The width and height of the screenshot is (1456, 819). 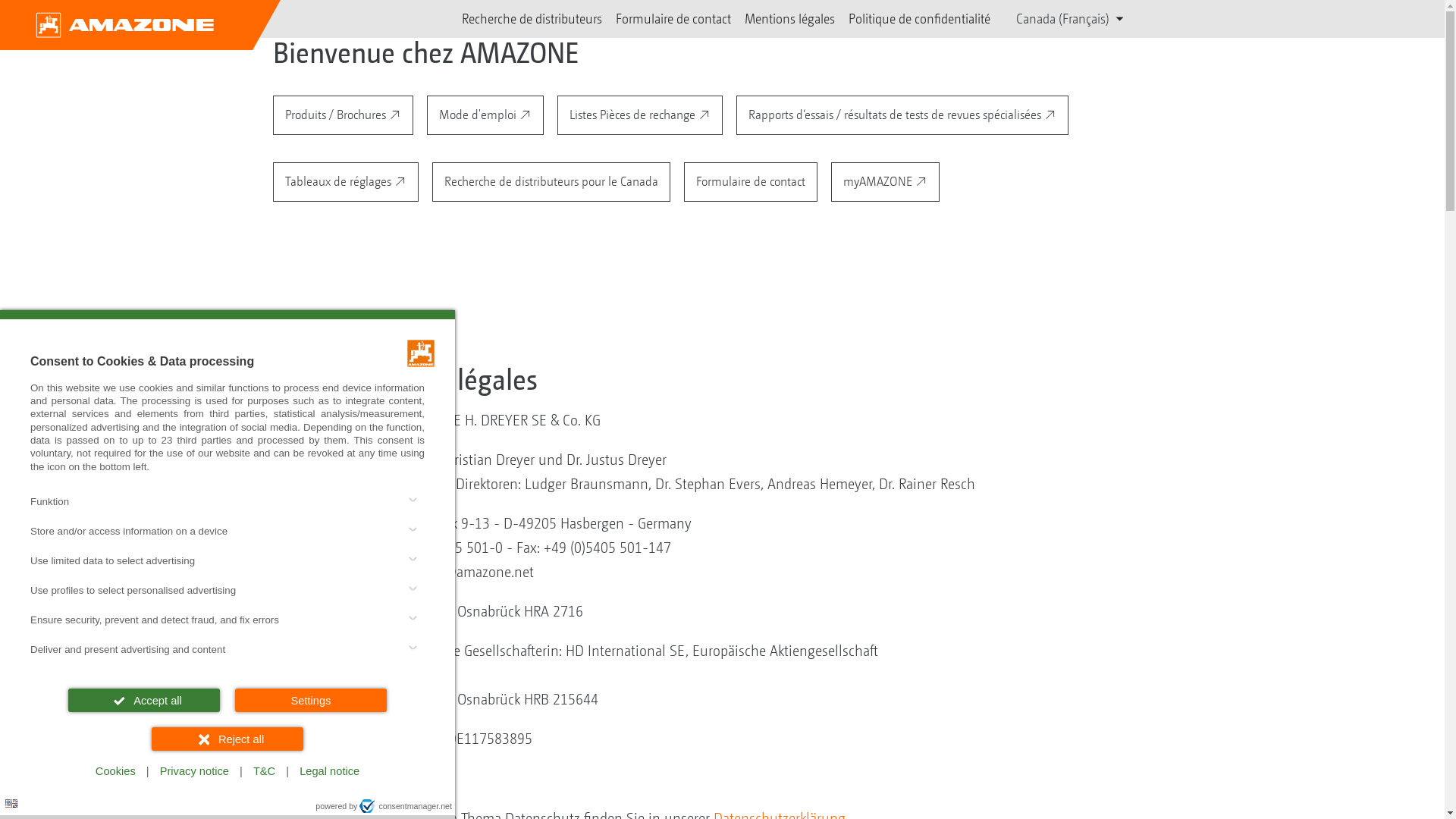 What do you see at coordinates (226, 738) in the screenshot?
I see `'Reject all'` at bounding box center [226, 738].